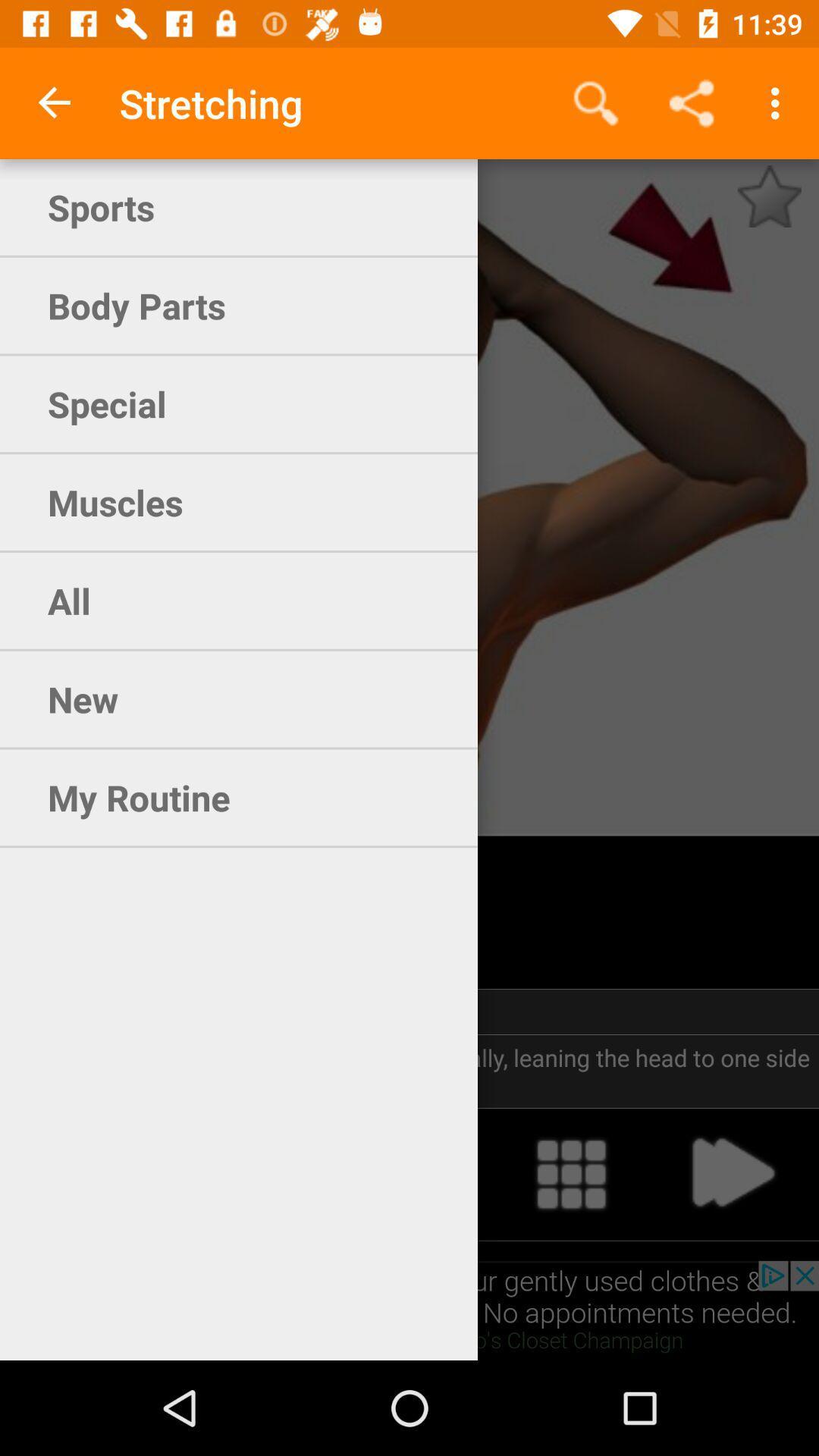 The height and width of the screenshot is (1456, 819). What do you see at coordinates (769, 196) in the screenshot?
I see `the star icon` at bounding box center [769, 196].